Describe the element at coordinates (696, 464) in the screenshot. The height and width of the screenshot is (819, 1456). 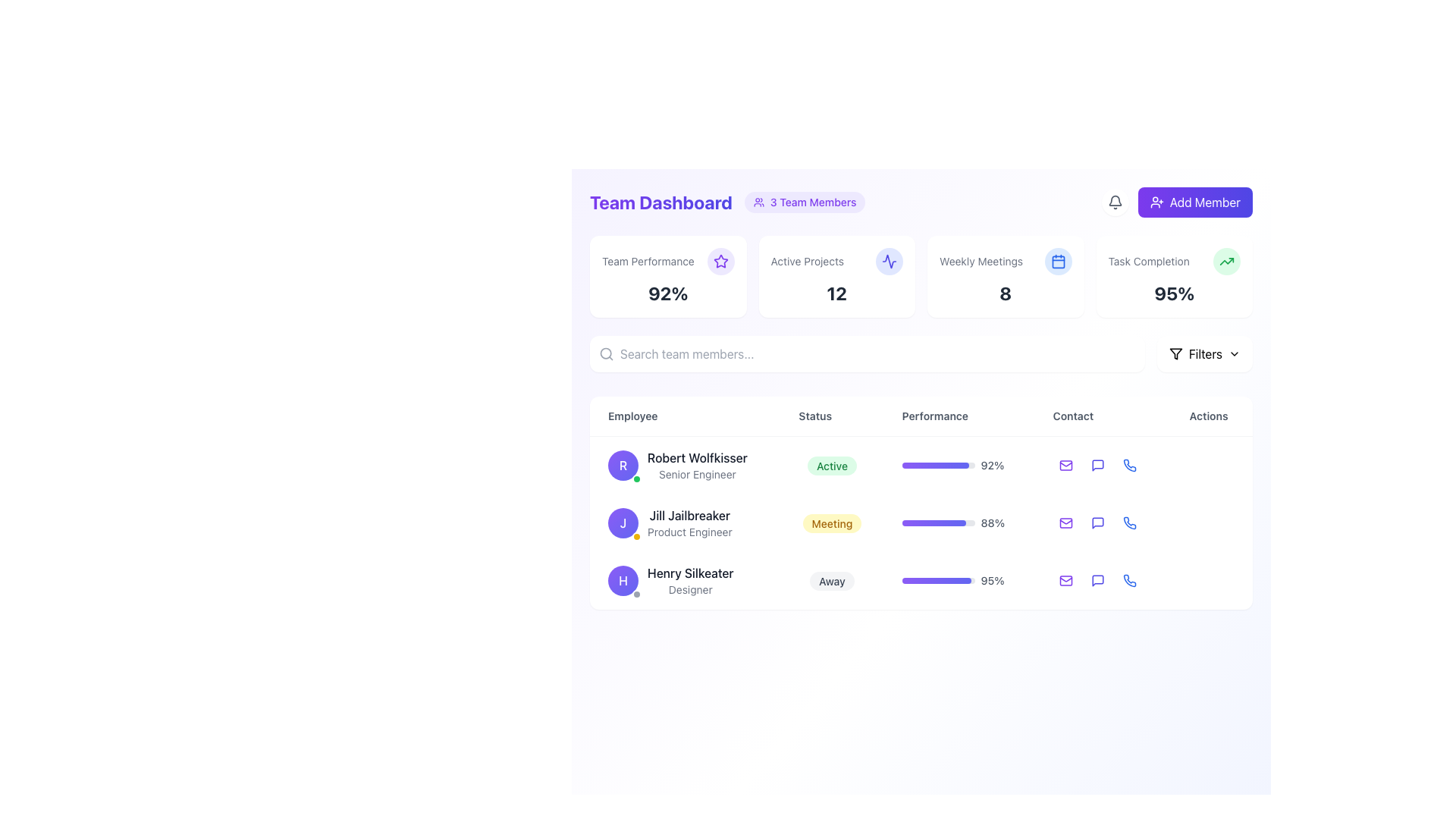
I see `the Text Display (Multi-line) element showing 'Robert Wolfkisser' and 'Senior Engineer' in the first row of the 'Employee' column in the 'Team Dashboard' interface` at that location.